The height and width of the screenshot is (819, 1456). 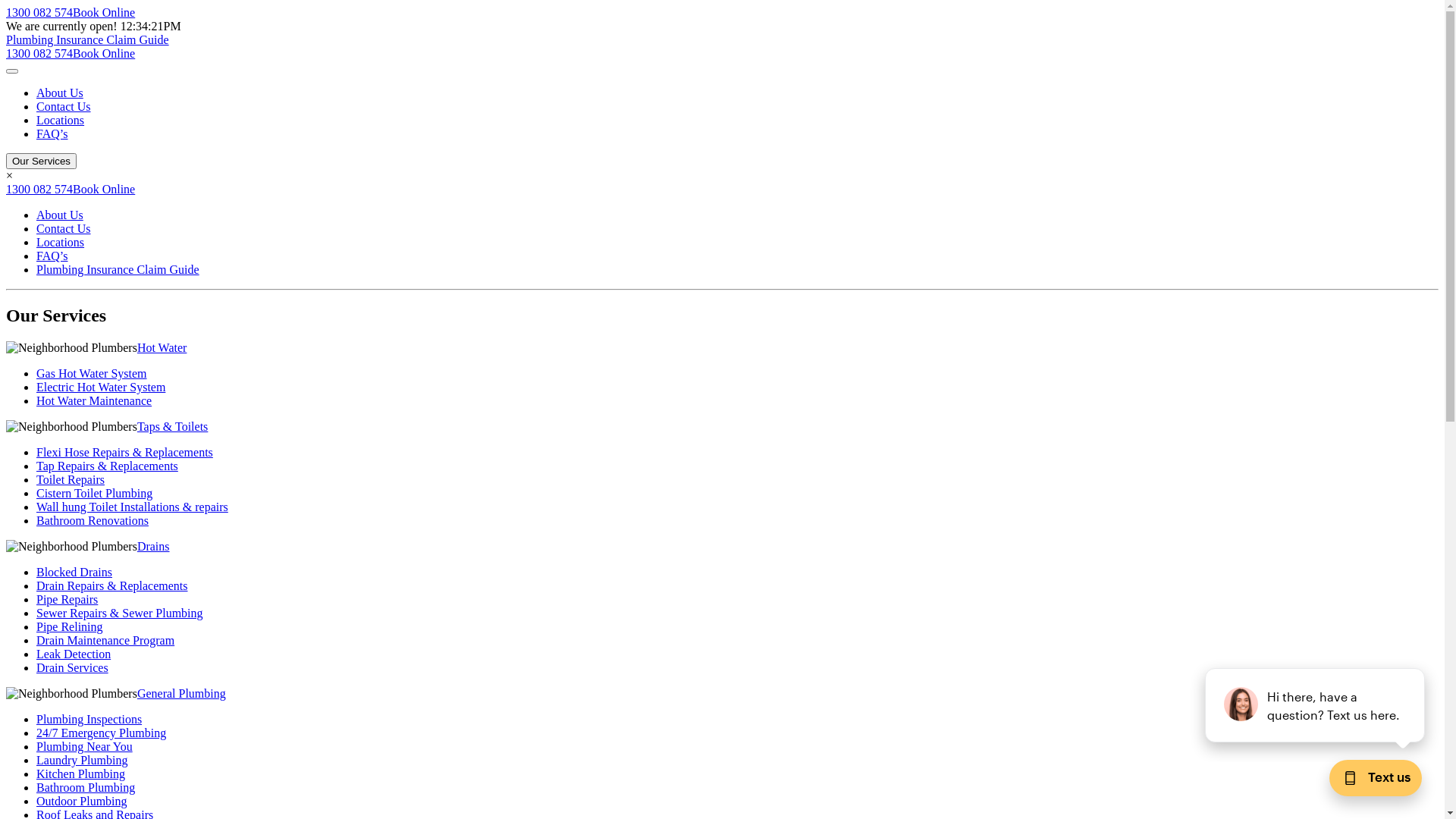 What do you see at coordinates (36, 612) in the screenshot?
I see `'Sewer Repairs & Sewer Plumbing'` at bounding box center [36, 612].